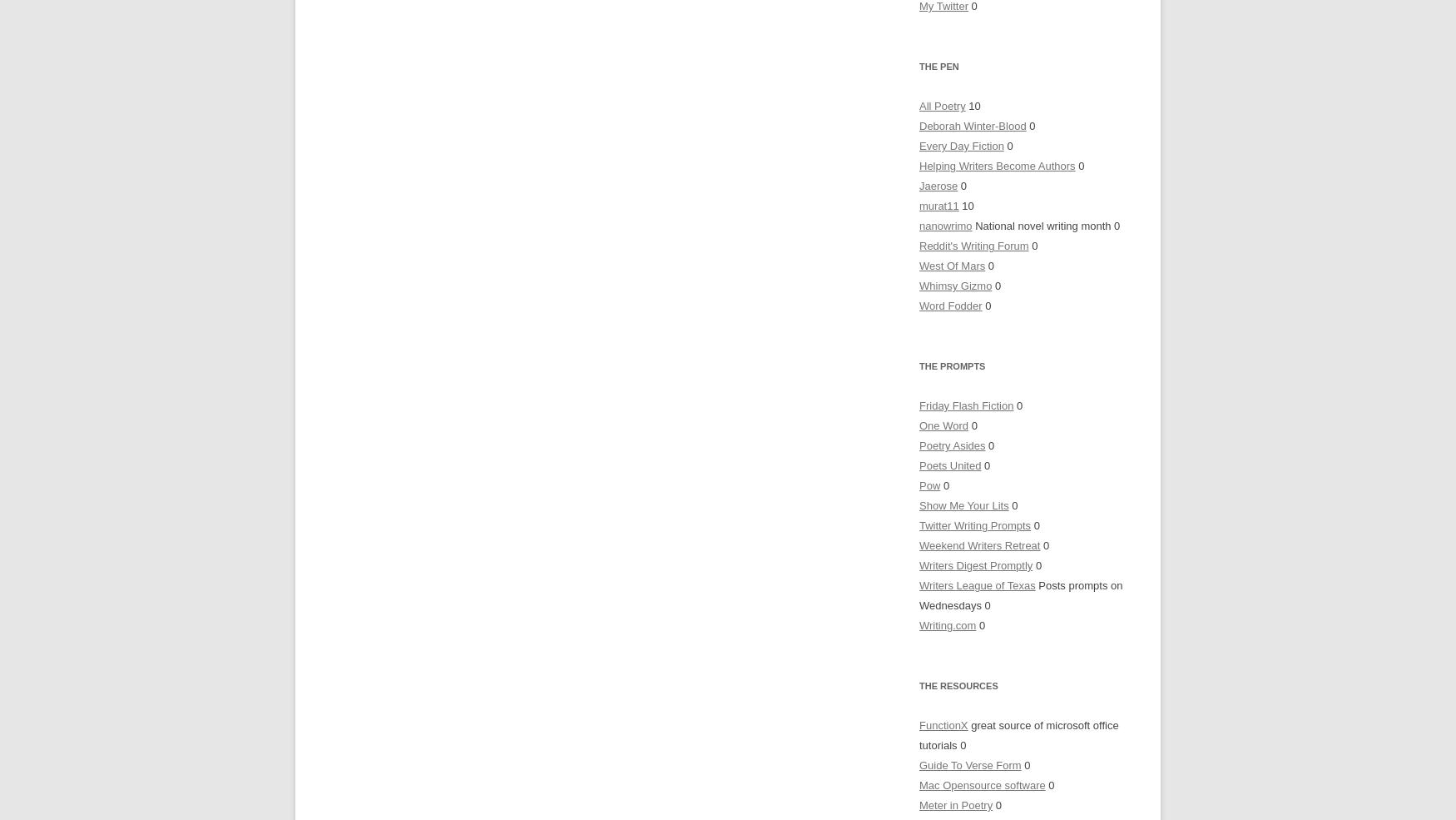 The height and width of the screenshot is (820, 1456). I want to click on 'Poets United', so click(949, 465).